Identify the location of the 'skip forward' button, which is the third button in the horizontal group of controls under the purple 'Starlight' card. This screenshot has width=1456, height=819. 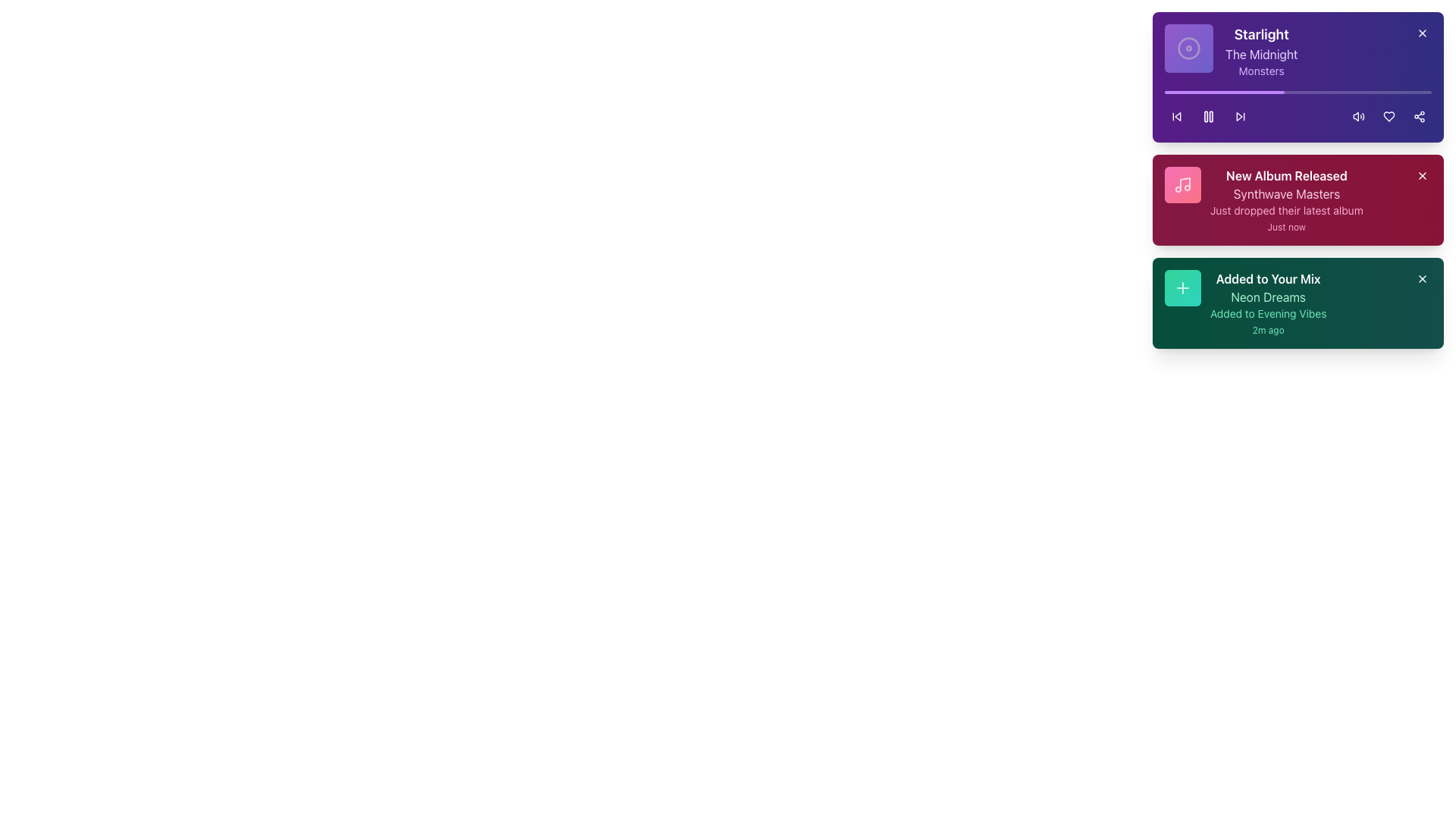
(1241, 116).